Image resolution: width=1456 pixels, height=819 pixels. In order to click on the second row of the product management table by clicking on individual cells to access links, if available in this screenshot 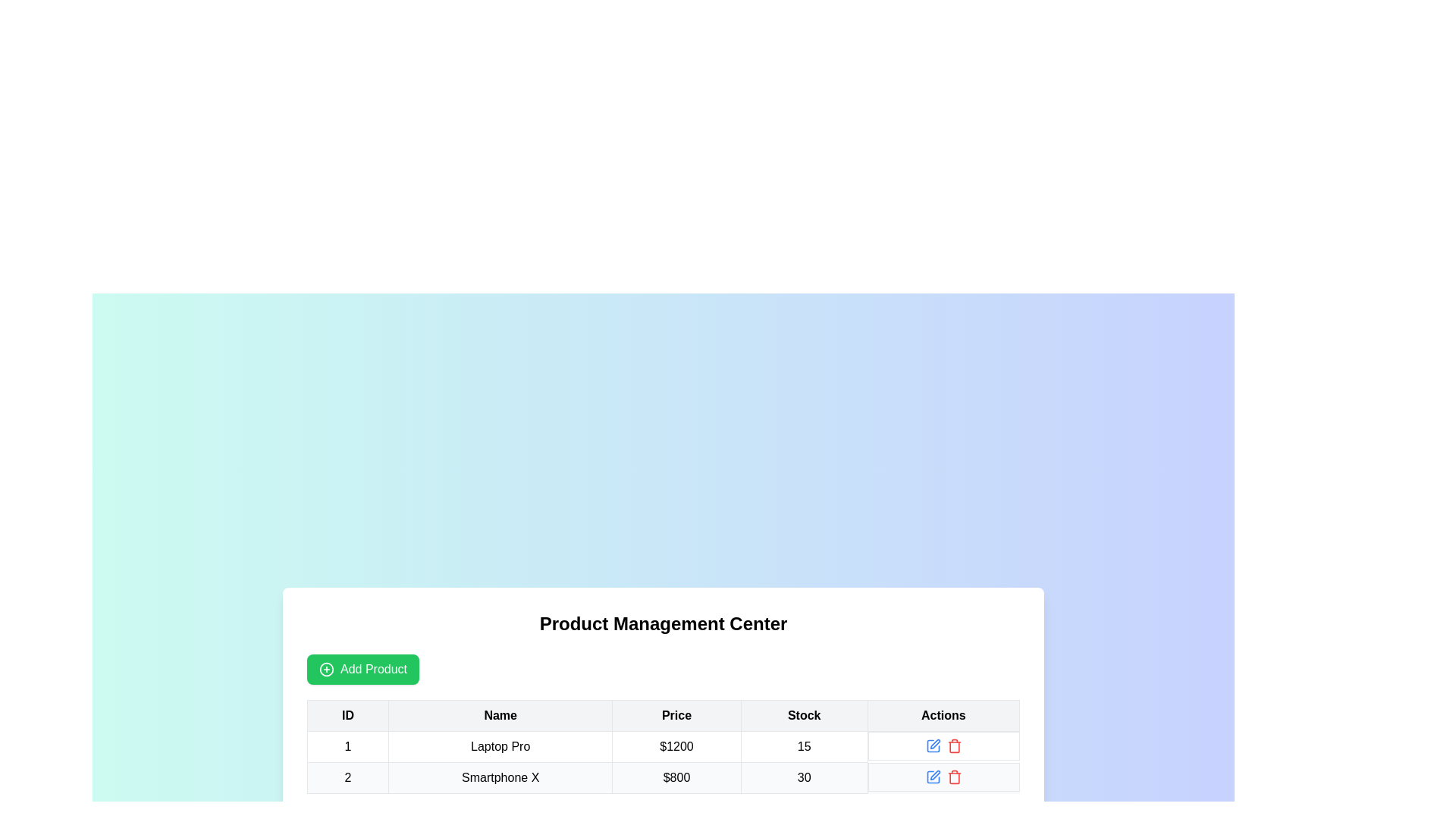, I will do `click(663, 778)`.